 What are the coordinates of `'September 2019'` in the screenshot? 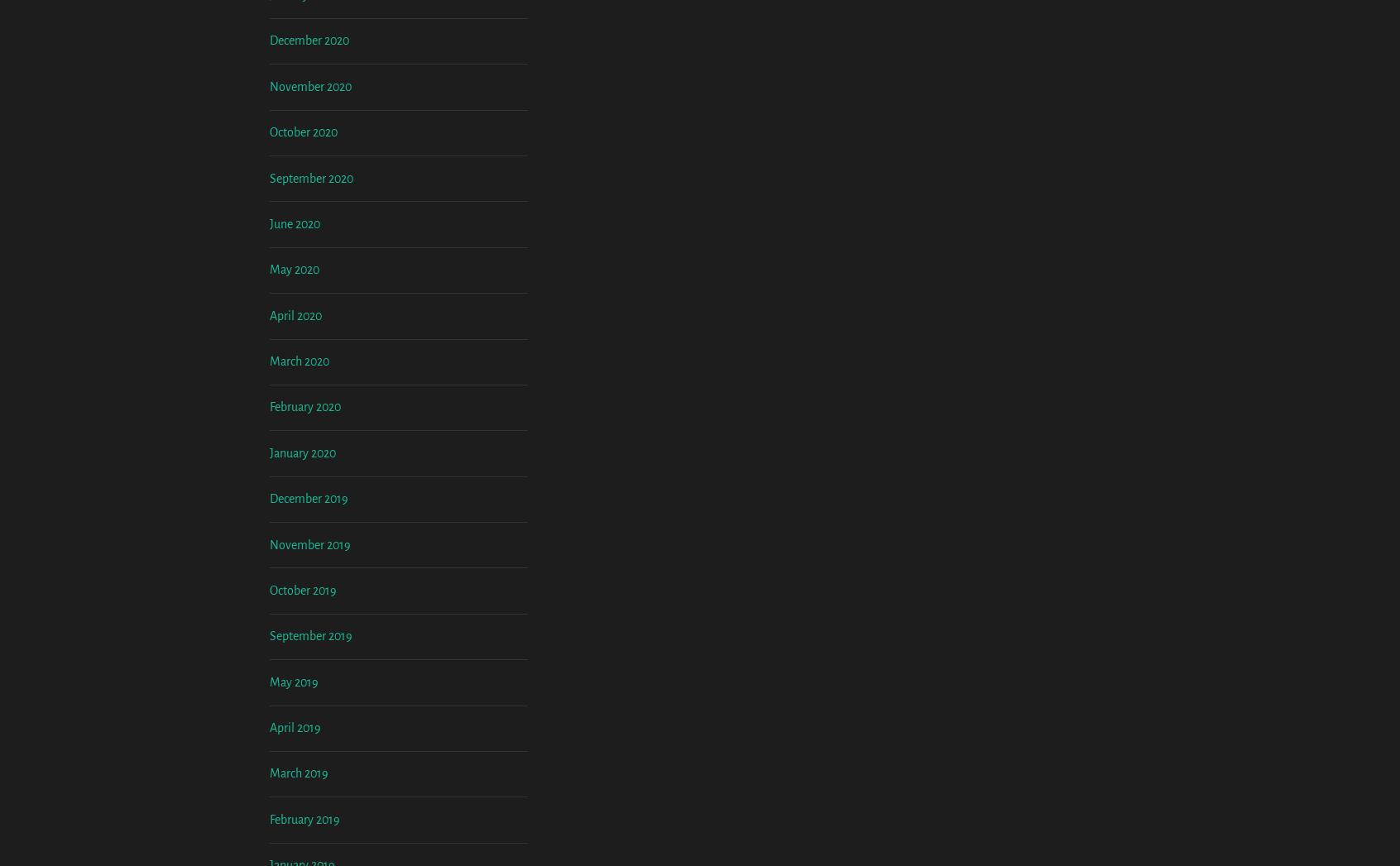 It's located at (310, 773).